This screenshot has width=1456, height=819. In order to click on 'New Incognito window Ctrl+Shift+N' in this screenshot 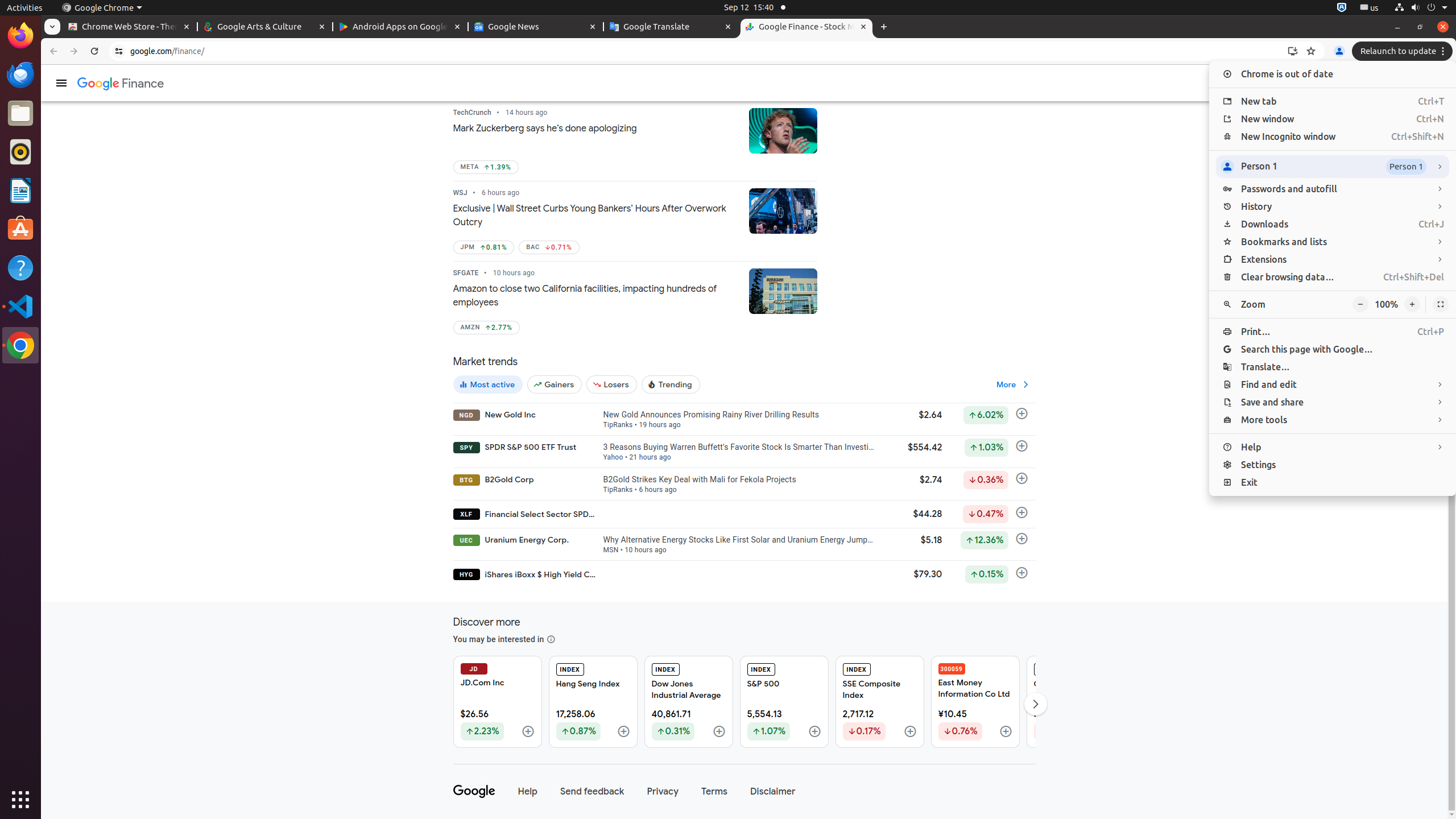, I will do `click(1331, 136)`.